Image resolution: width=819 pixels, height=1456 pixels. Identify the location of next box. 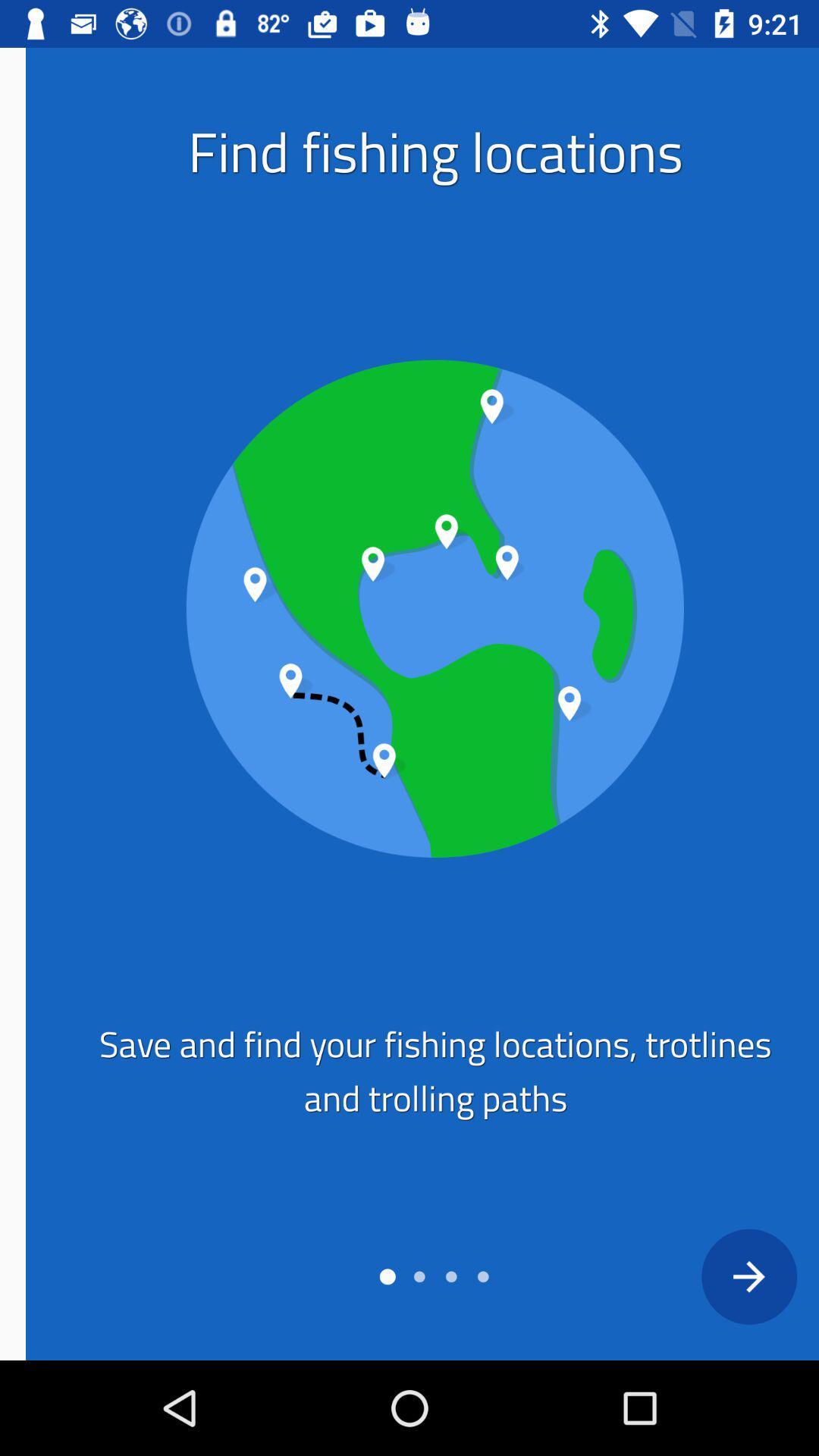
(722, 1276).